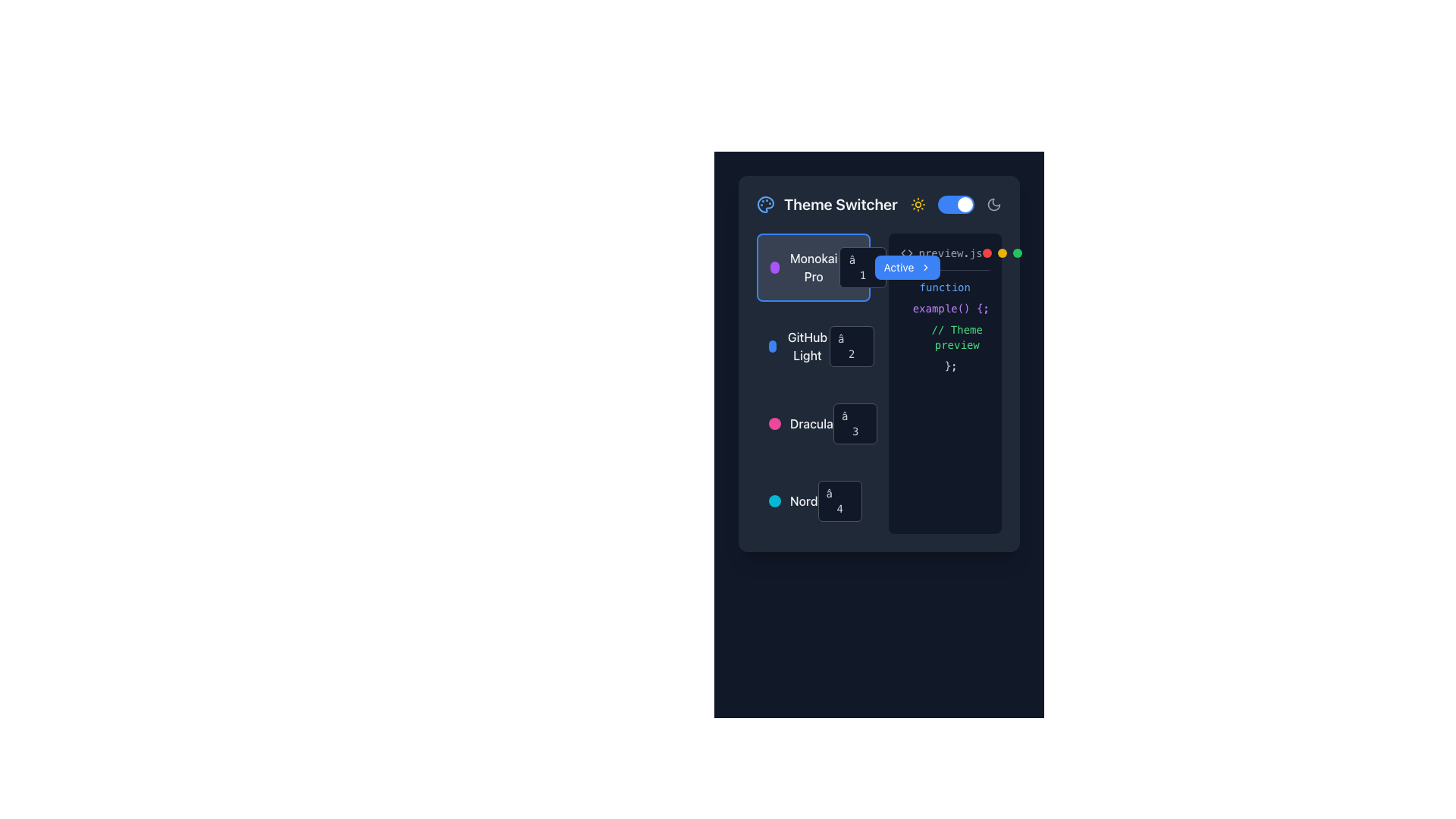  Describe the element at coordinates (917, 205) in the screenshot. I see `the sun icon with a vibrant yellow fill, located in the header area of the theme switcher interface, positioned to the left of a toggle switch` at that location.